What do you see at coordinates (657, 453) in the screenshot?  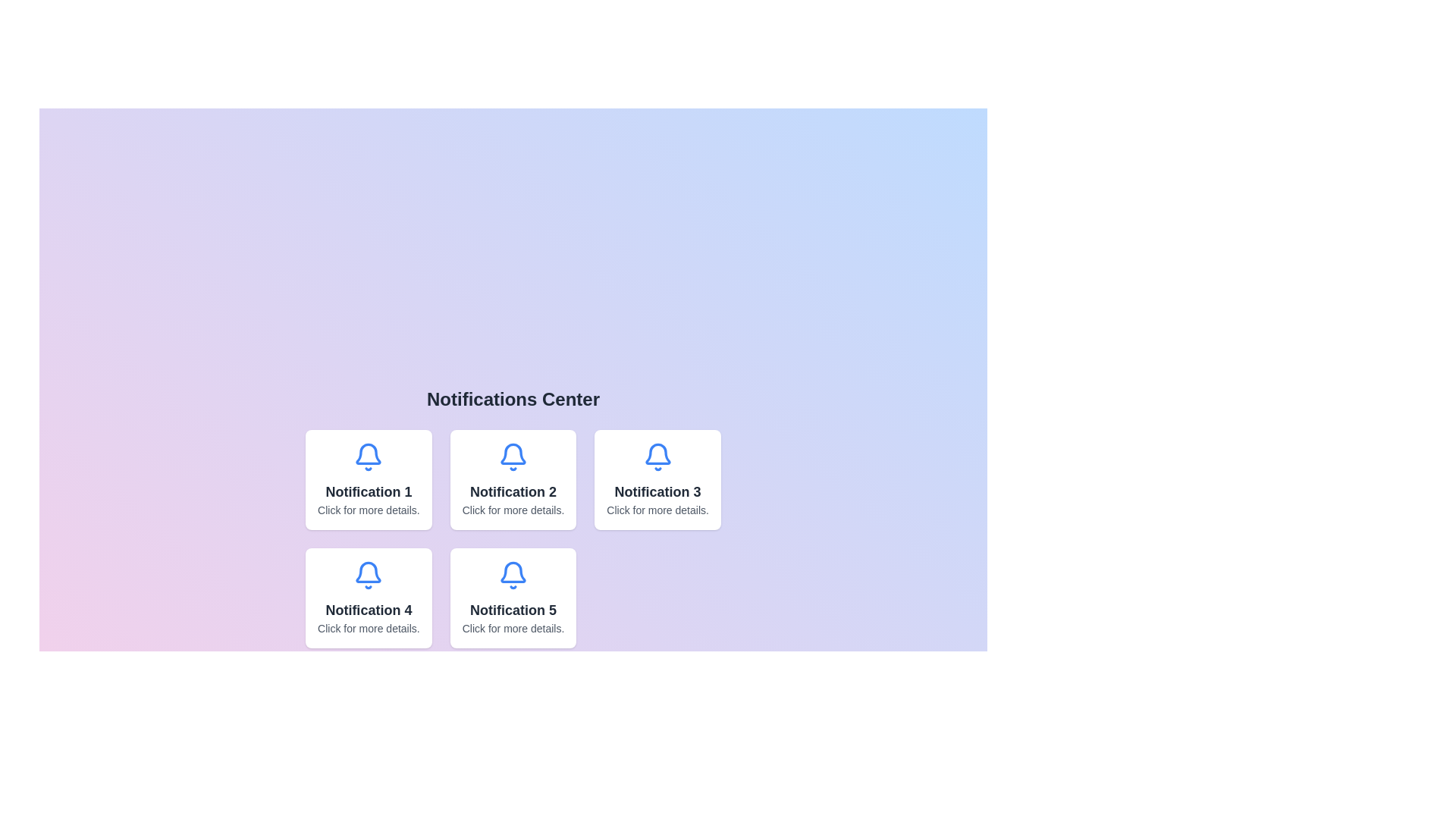 I see `the notification icon located at the top of the card labeled 'Notification 3', which visually indicates the type of notification` at bounding box center [657, 453].